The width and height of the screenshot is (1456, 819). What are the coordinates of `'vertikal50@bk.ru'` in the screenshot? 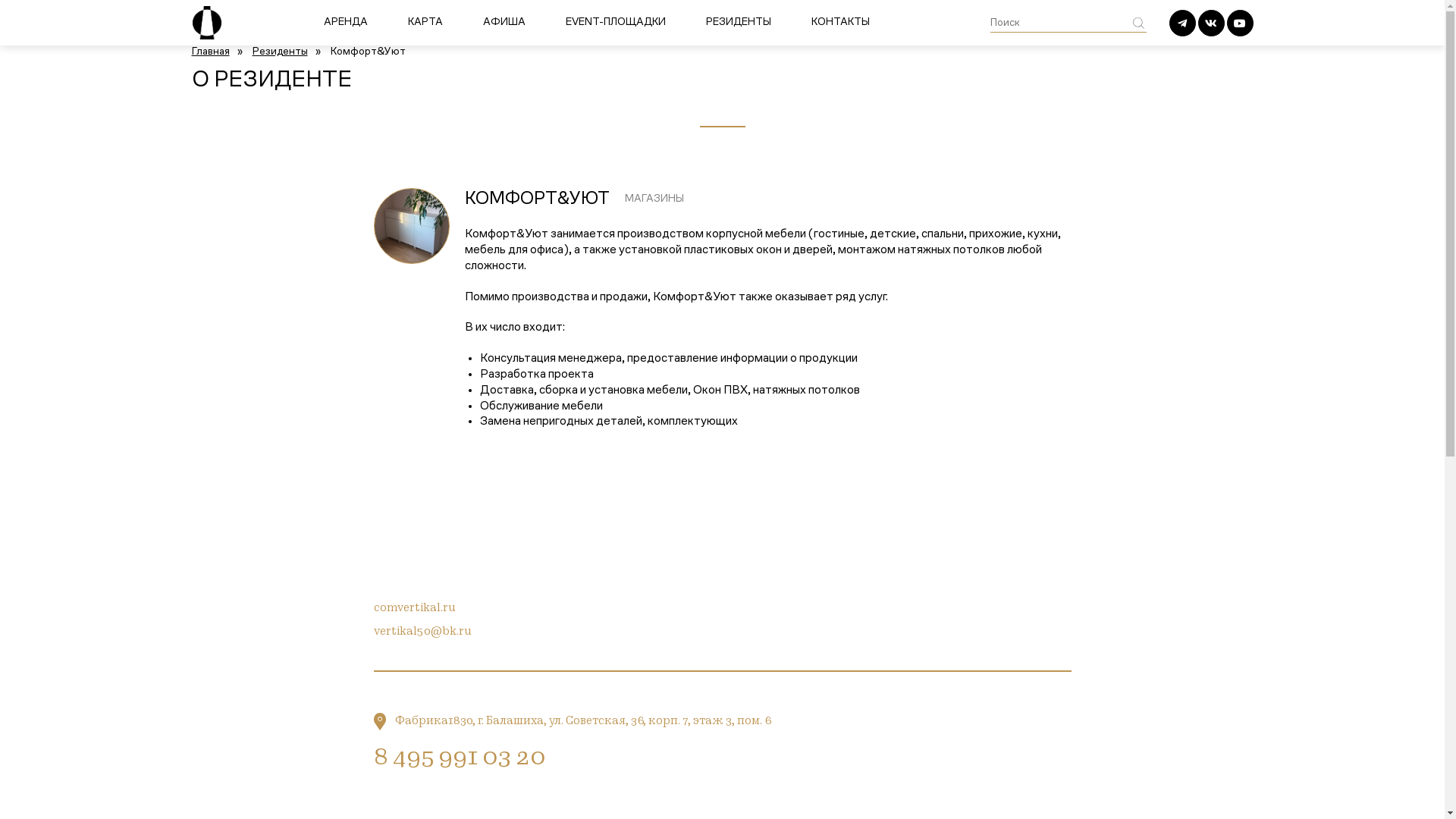 It's located at (422, 632).